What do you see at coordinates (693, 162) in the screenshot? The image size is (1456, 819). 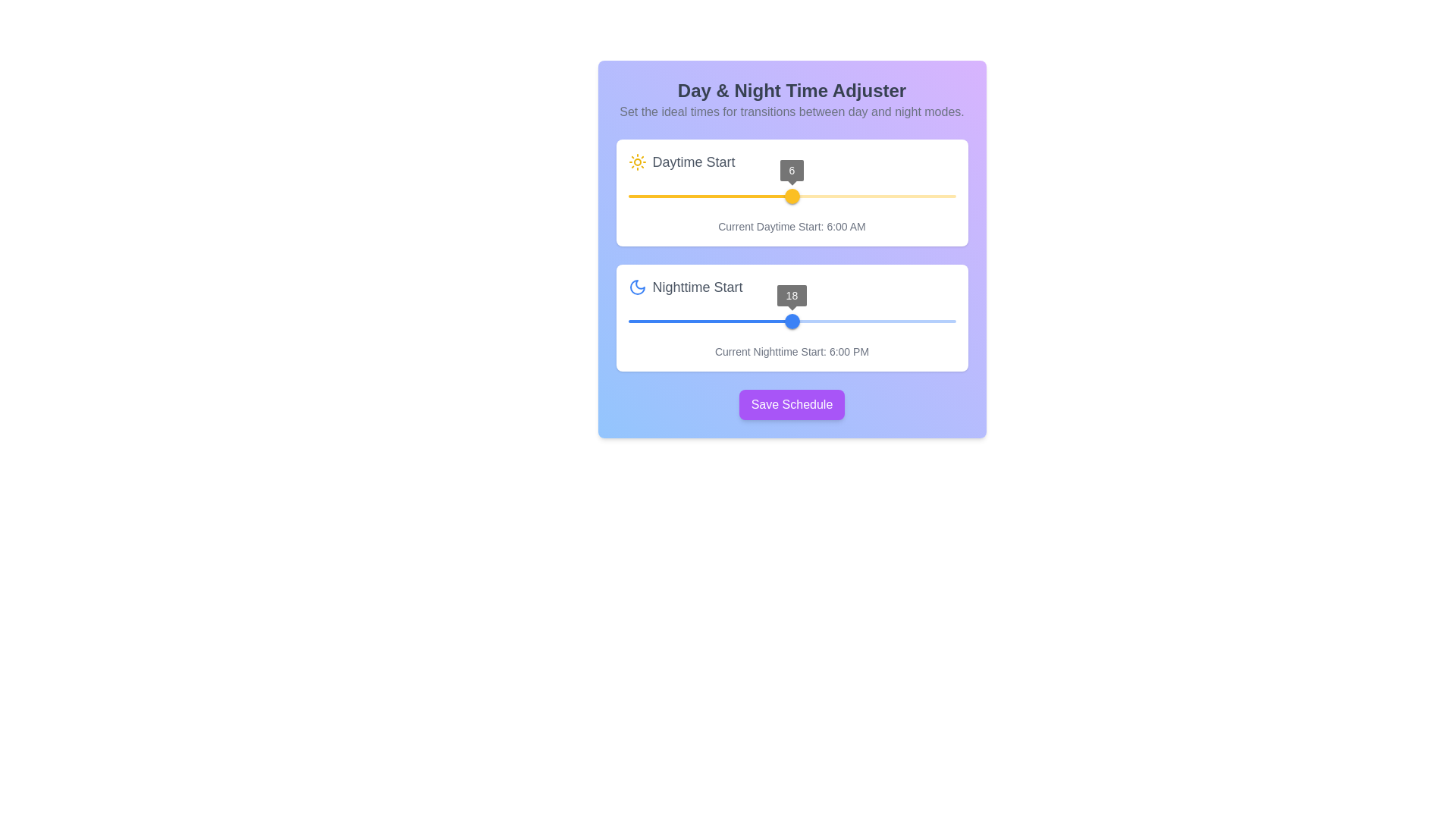 I see `the 'Daytime Start' label, which is styled with a large gray font and located next to a sun-shaped icon` at bounding box center [693, 162].